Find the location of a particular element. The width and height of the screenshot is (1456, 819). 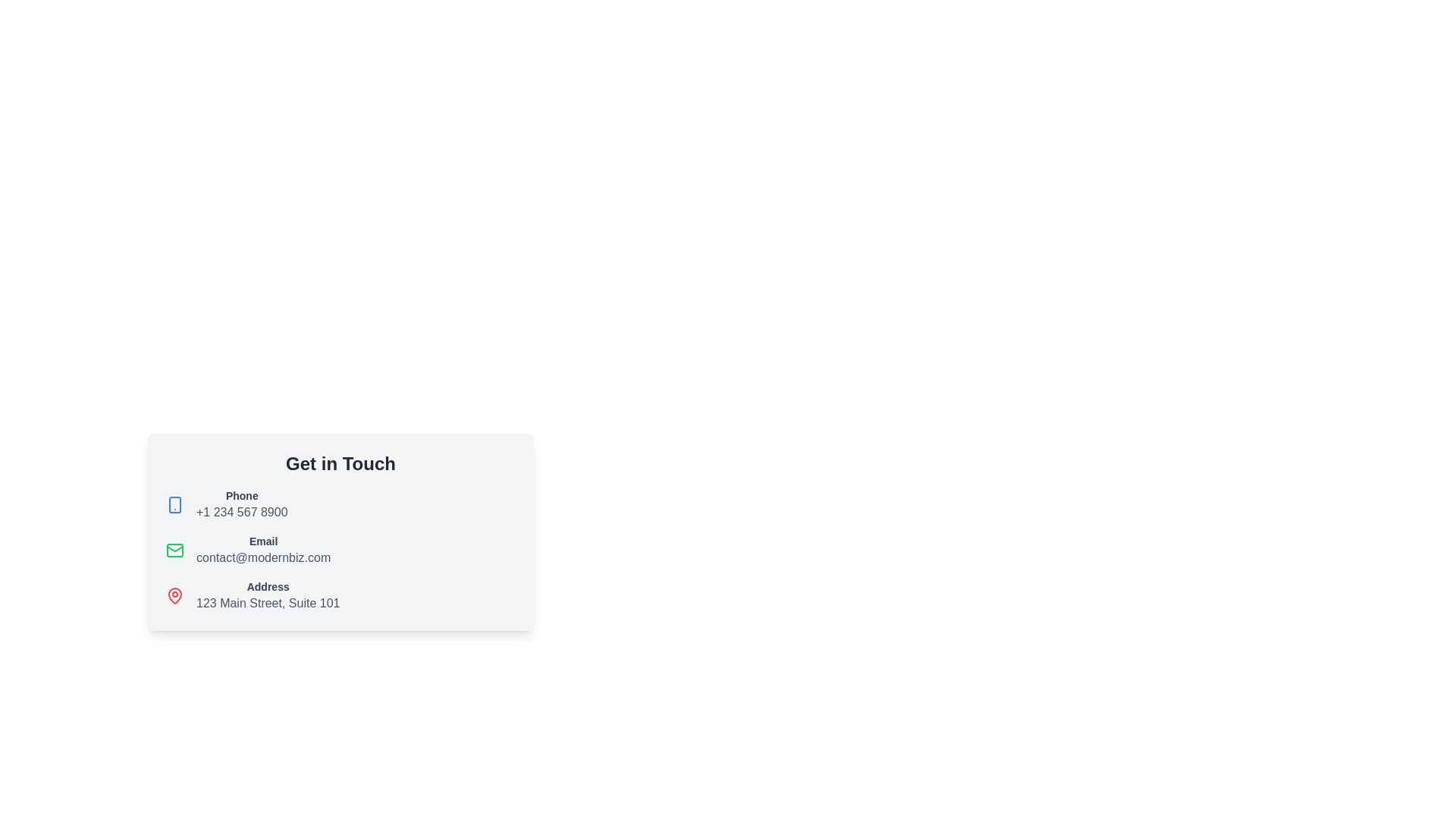

the red map pin icon located in the bottom left corner of the address section of the 'Get in Touch' contact information card, which is directly to the left of the text 'Address123 Main Street, Suite 101' is located at coordinates (174, 595).